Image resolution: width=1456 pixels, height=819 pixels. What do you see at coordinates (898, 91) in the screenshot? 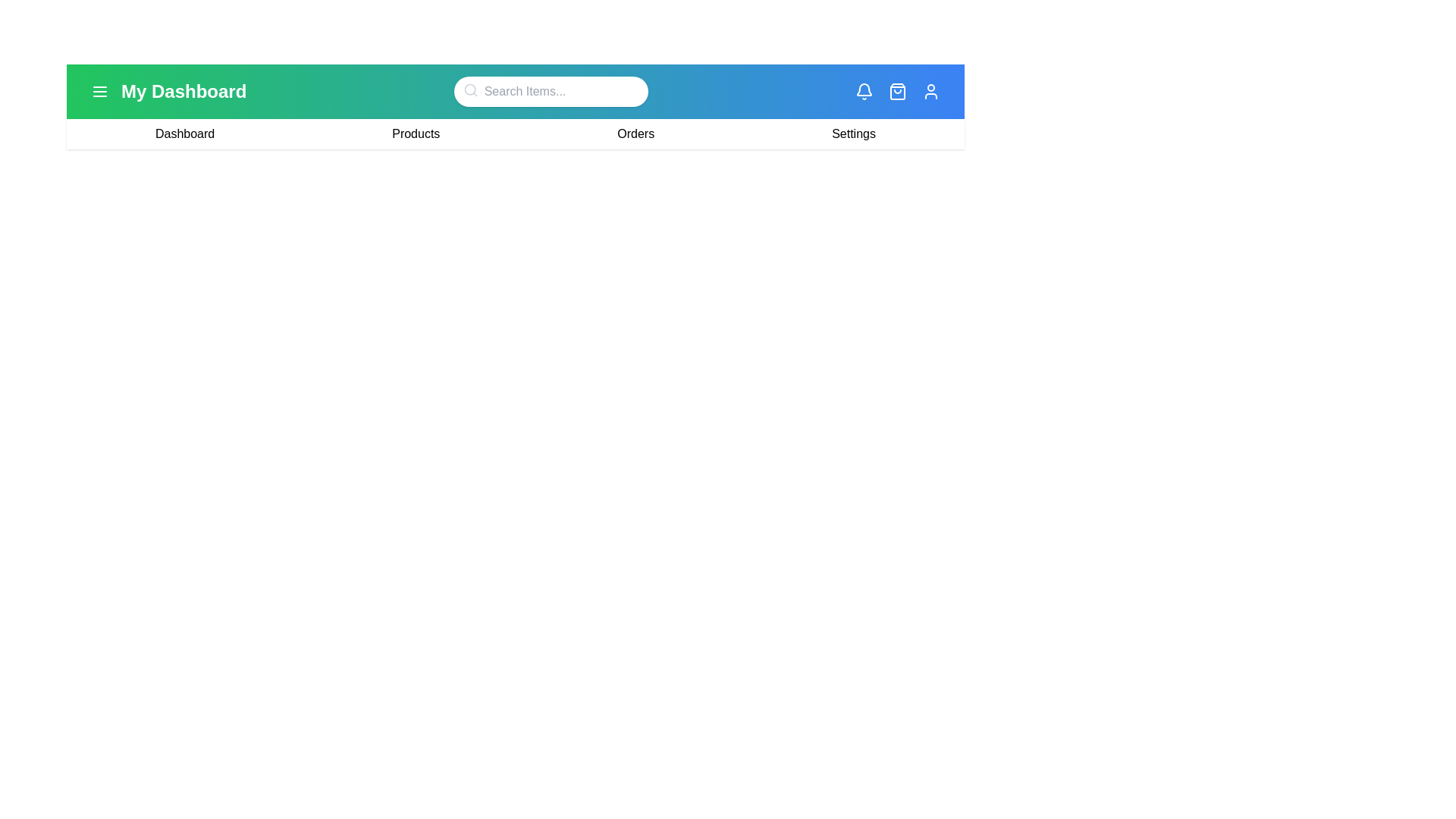
I see `the shopping bag icon to access the shopping section` at bounding box center [898, 91].